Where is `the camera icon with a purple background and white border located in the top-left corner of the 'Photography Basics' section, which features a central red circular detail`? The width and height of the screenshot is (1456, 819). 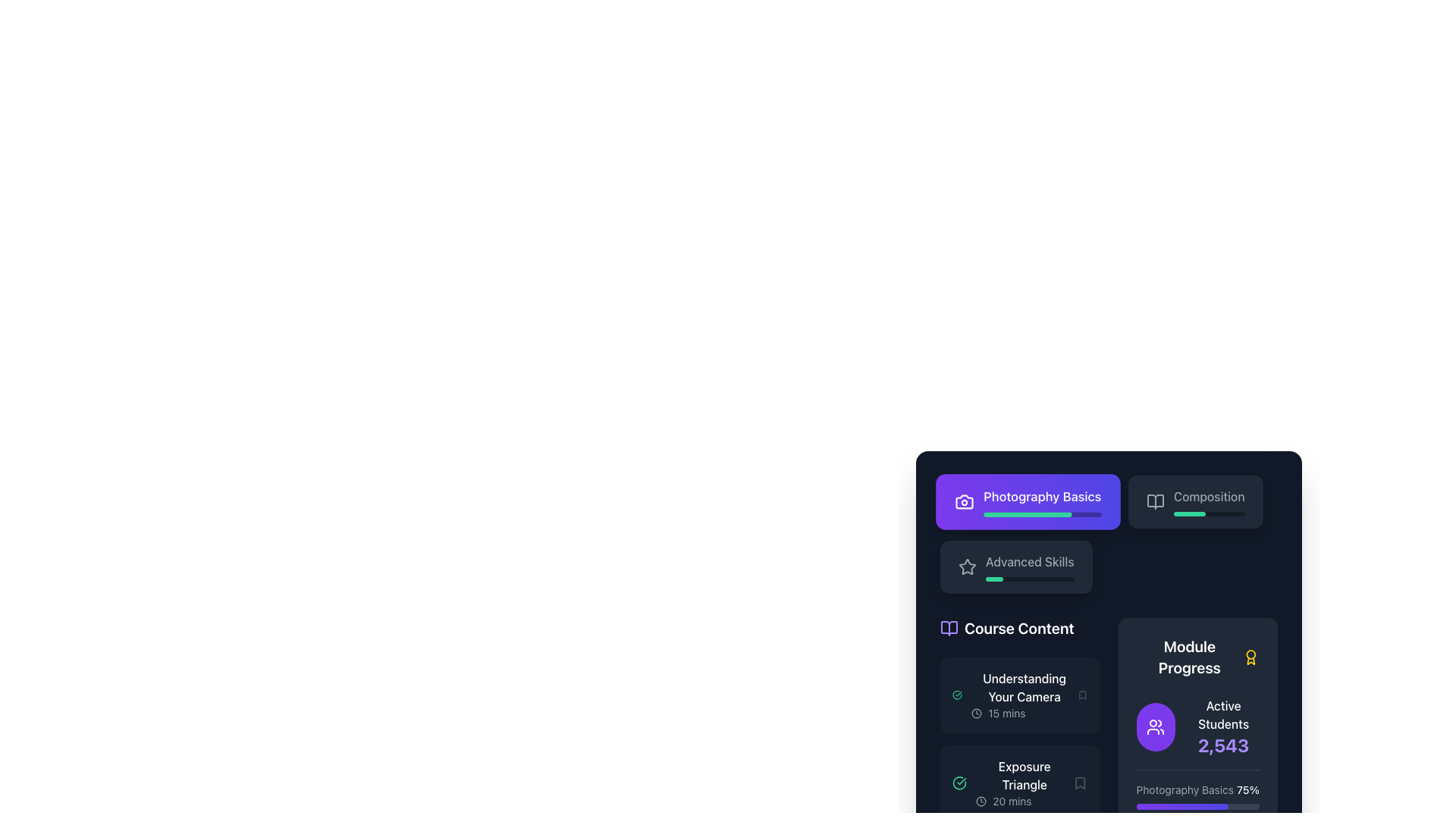 the camera icon with a purple background and white border located in the top-left corner of the 'Photography Basics' section, which features a central red circular detail is located at coordinates (964, 502).